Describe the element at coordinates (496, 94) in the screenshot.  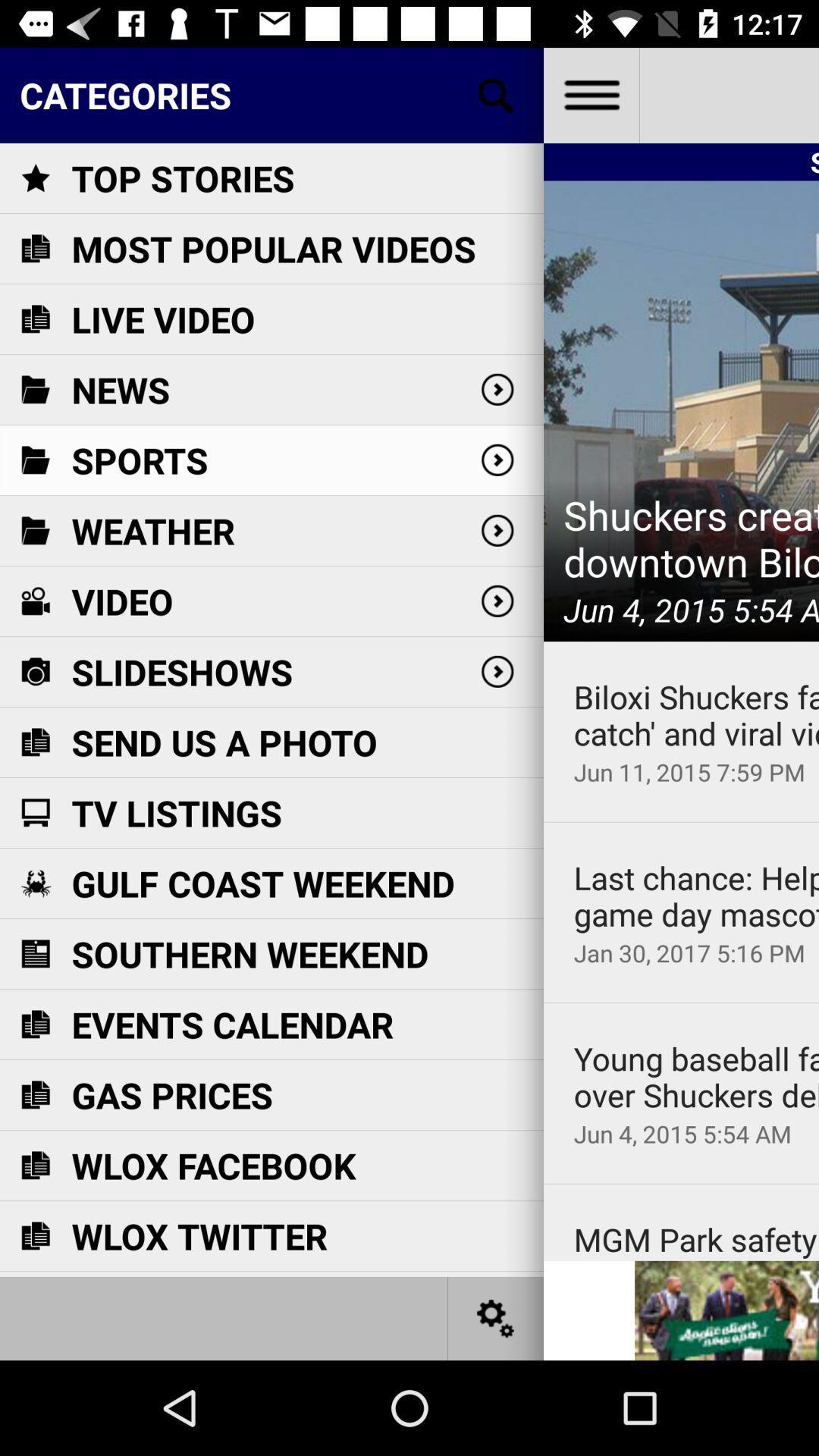
I see `the search icon` at that location.